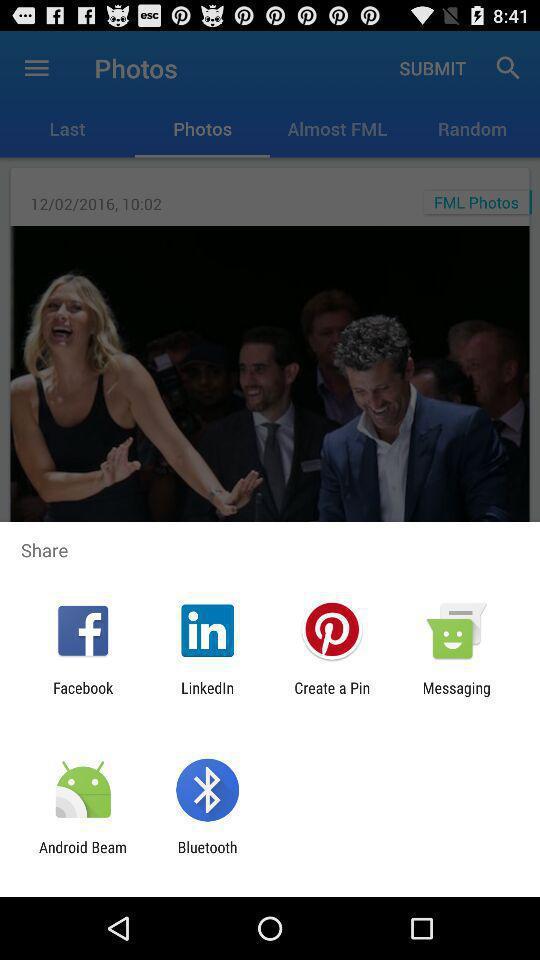  What do you see at coordinates (82, 855) in the screenshot?
I see `android beam item` at bounding box center [82, 855].